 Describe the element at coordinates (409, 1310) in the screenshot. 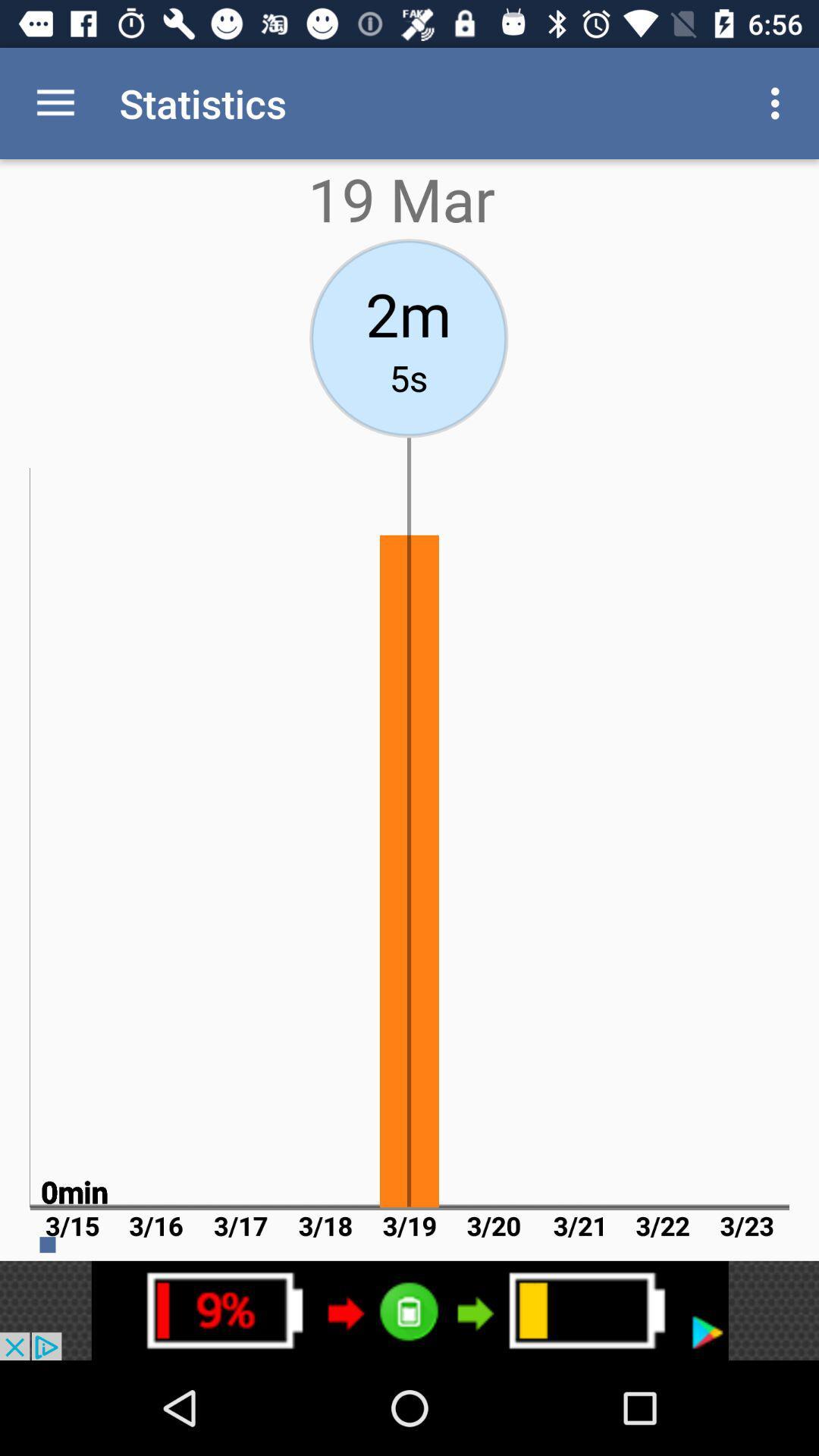

I see `advertisement` at that location.